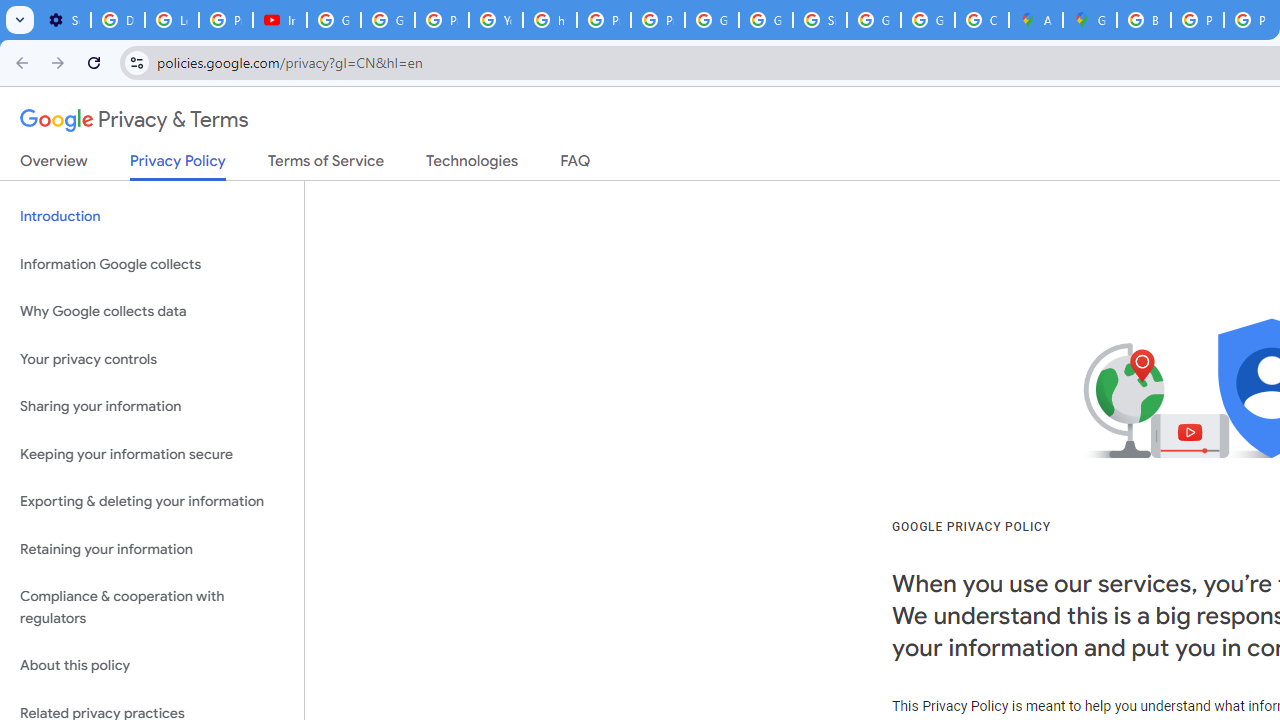  Describe the element at coordinates (134, 120) in the screenshot. I see `'Privacy & Terms'` at that location.